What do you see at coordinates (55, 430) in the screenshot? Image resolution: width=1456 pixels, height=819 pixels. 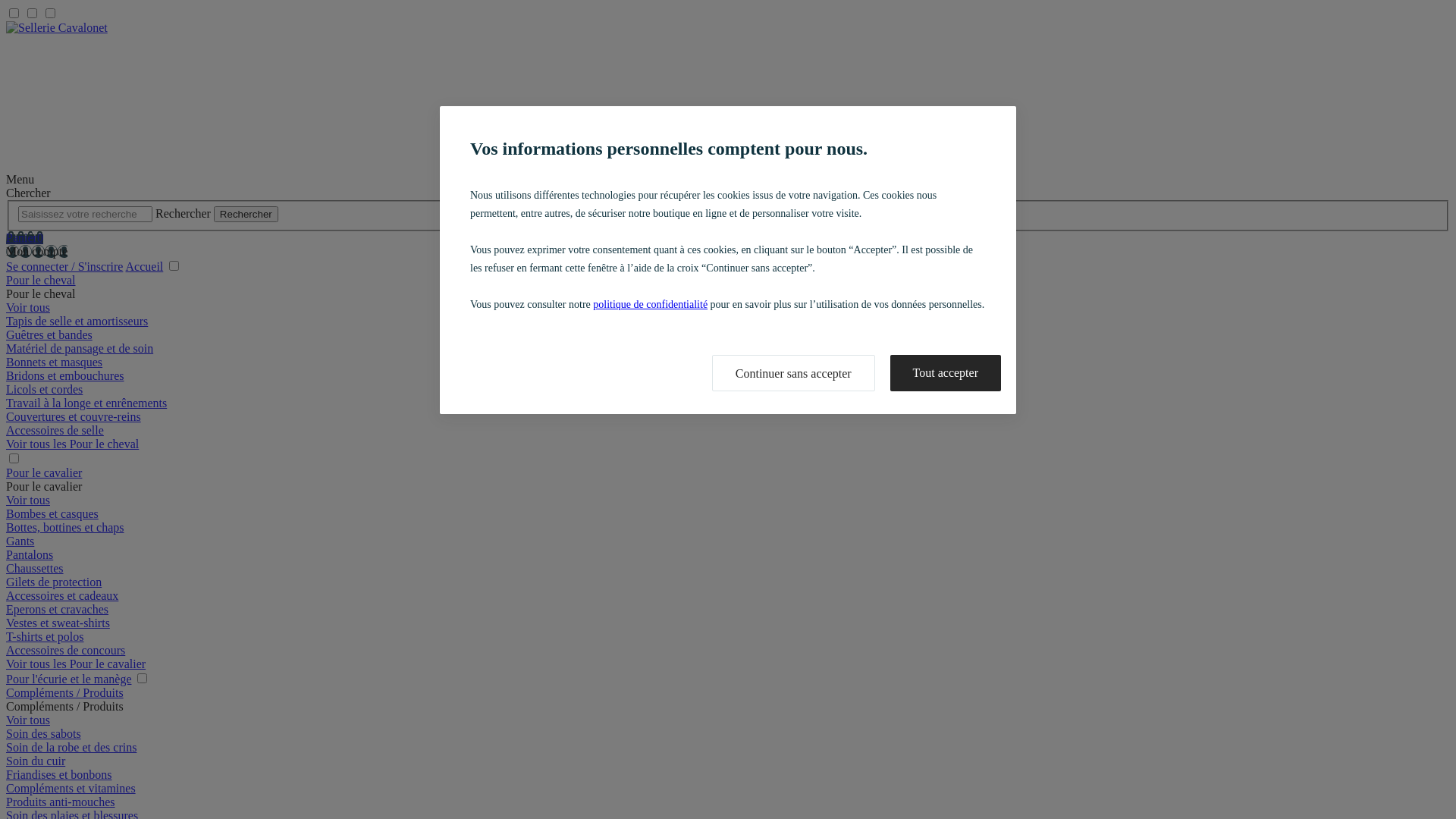 I see `'Accessoires de selle'` at bounding box center [55, 430].